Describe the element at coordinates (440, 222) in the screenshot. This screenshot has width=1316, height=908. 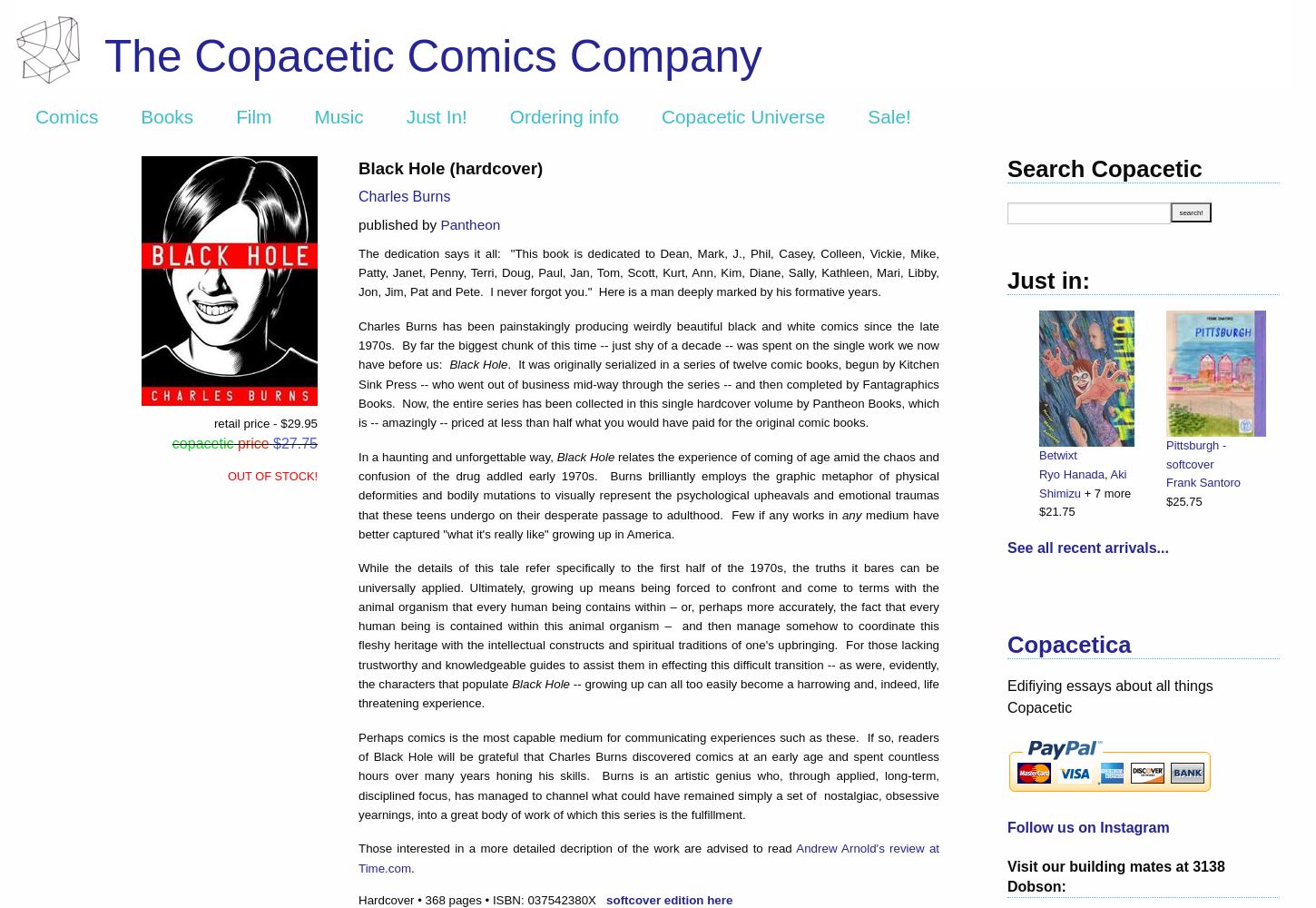
I see `'Pantheon'` at that location.